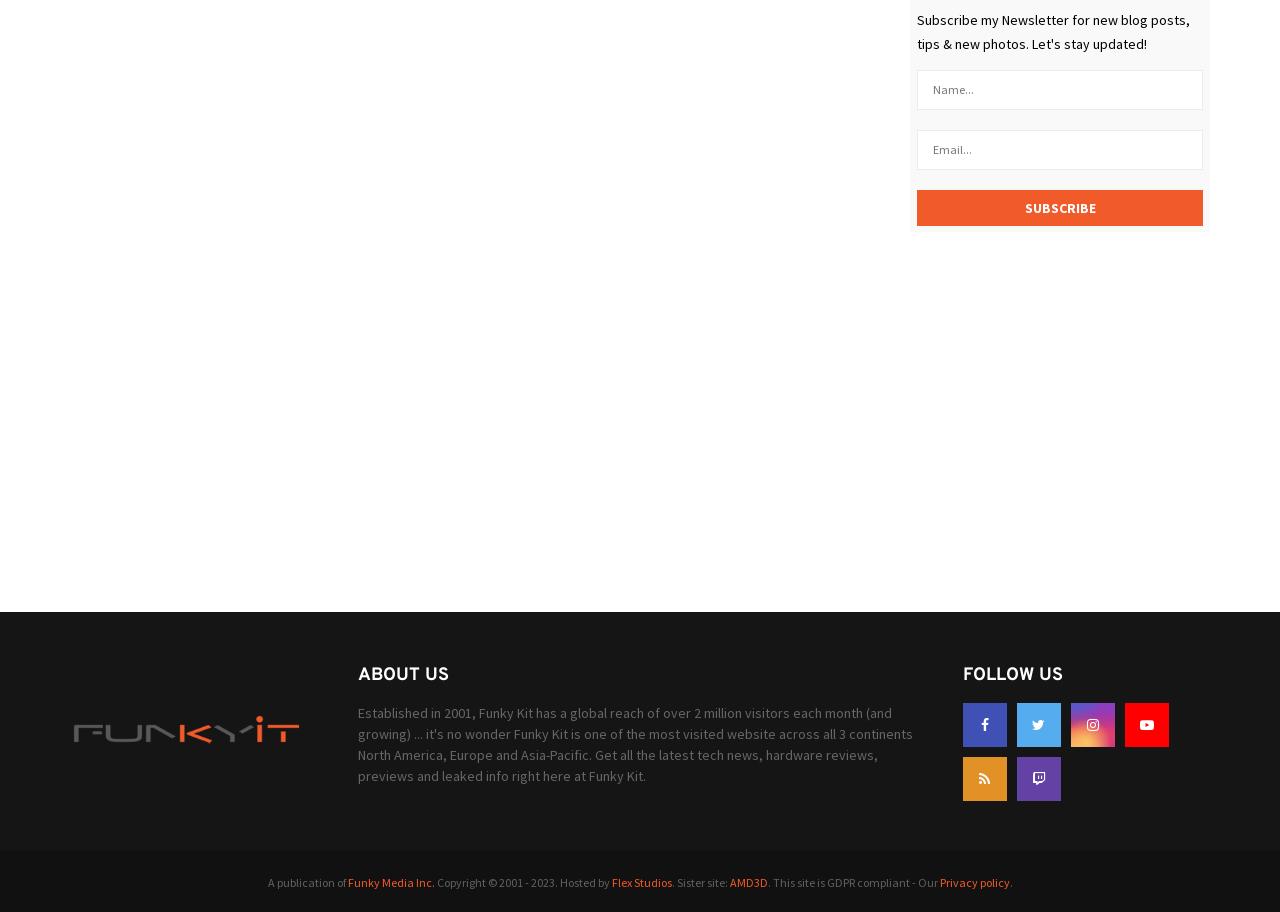 This screenshot has height=912, width=1280. What do you see at coordinates (1011, 673) in the screenshot?
I see `'Follow us'` at bounding box center [1011, 673].